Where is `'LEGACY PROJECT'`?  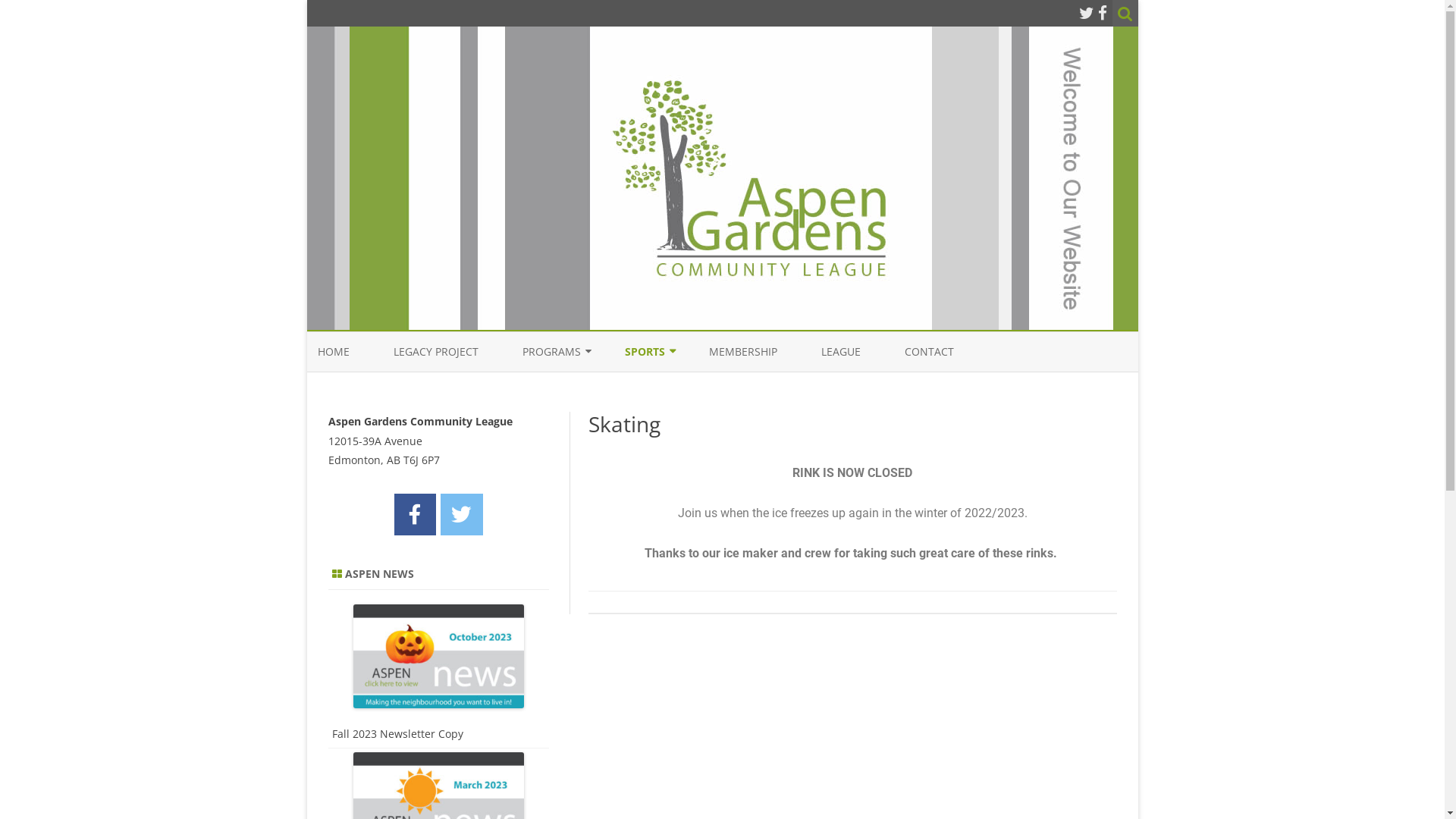 'LEGACY PROJECT' is located at coordinates (393, 351).